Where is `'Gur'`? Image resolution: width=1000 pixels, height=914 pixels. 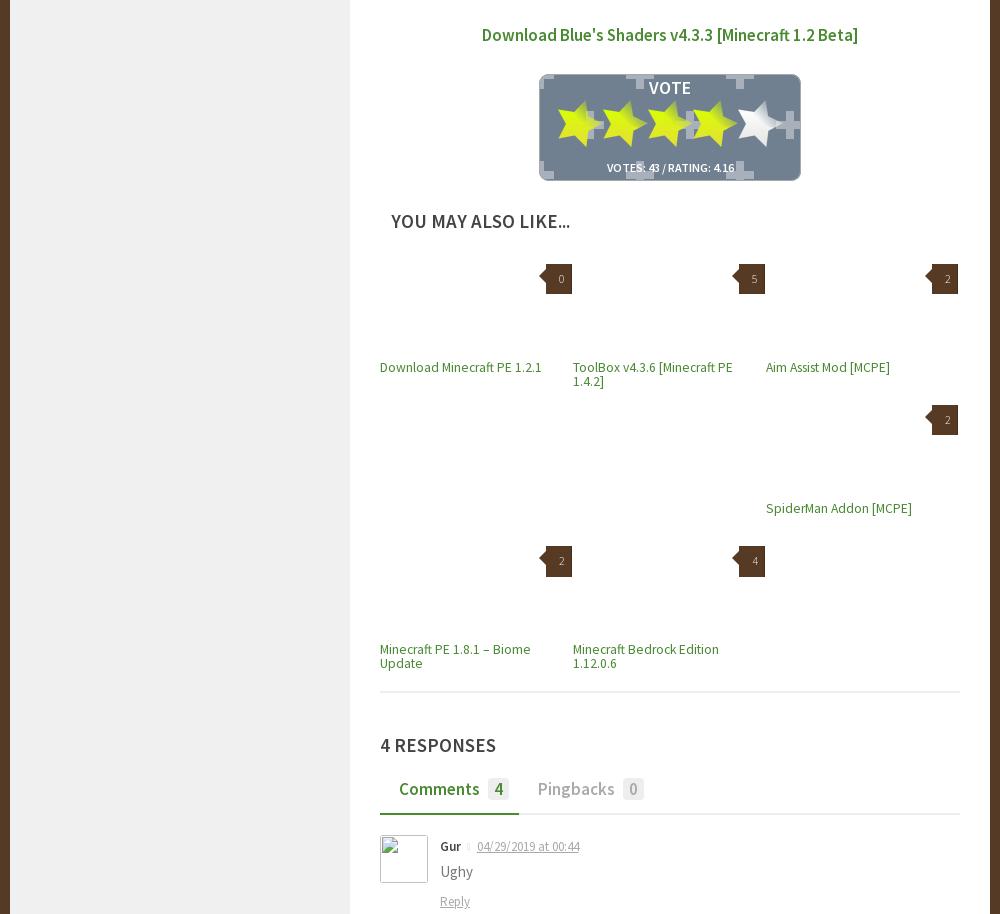
'Gur' is located at coordinates (439, 845).